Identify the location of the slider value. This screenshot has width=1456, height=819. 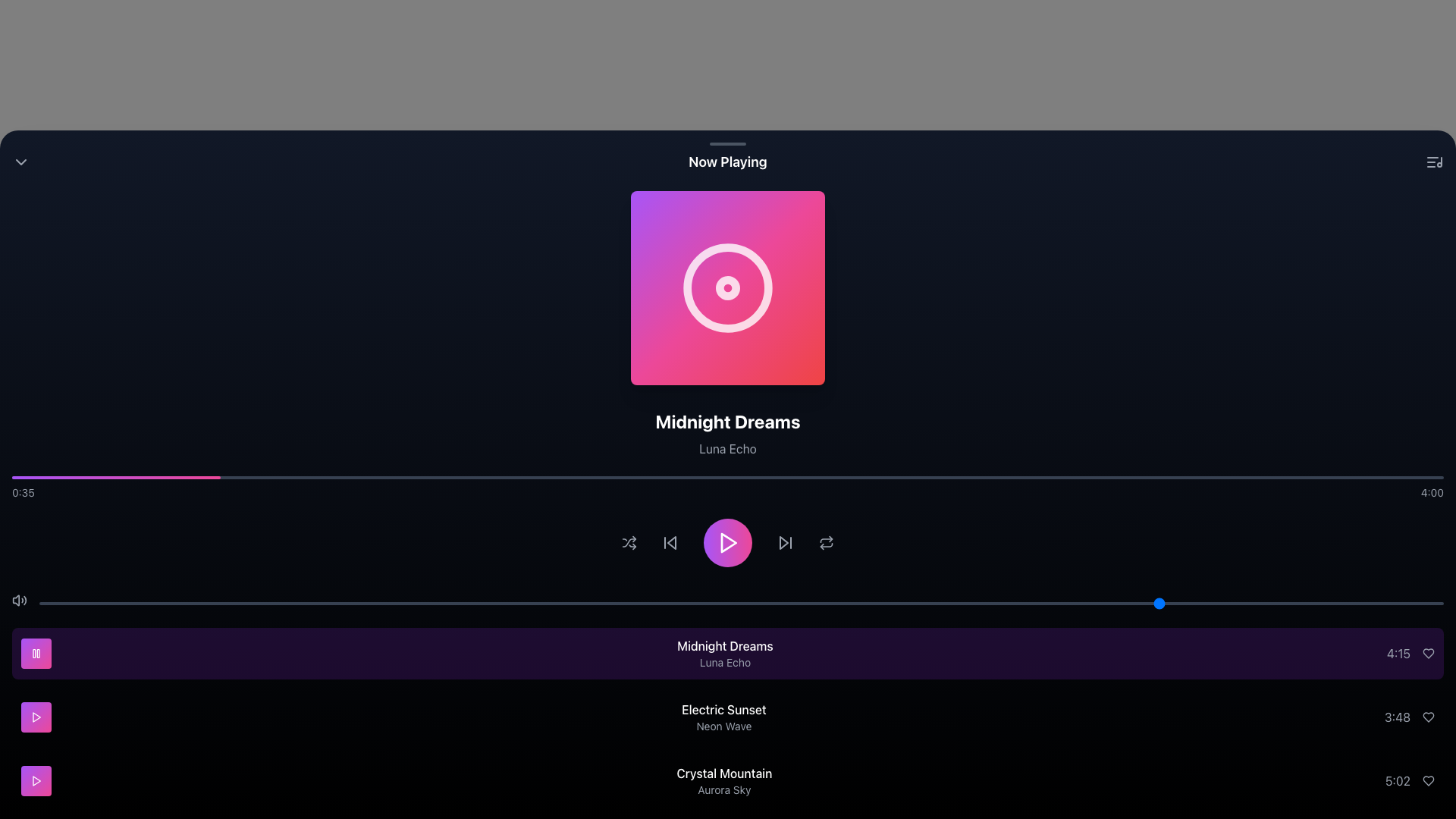
(460, 602).